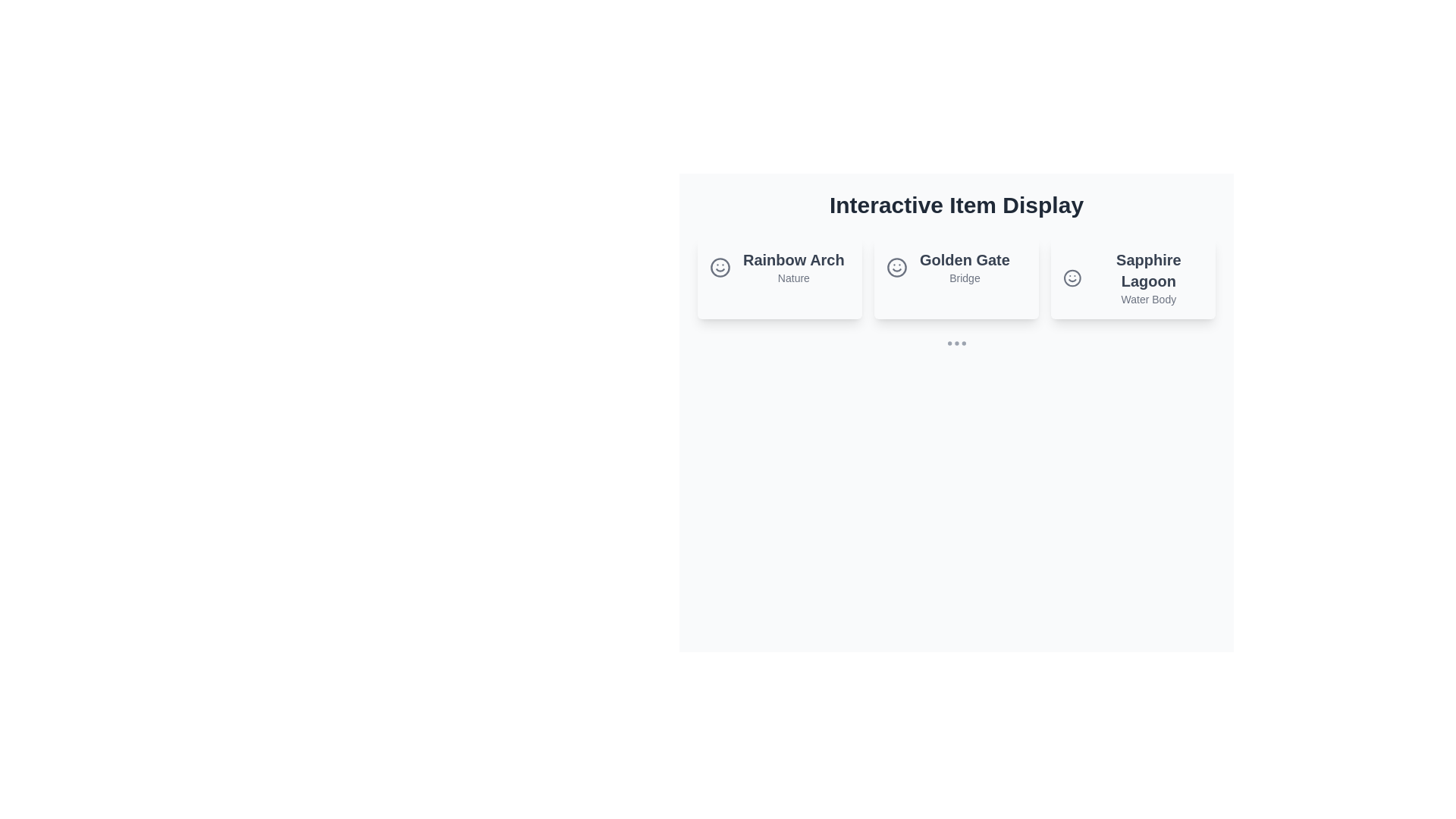  Describe the element at coordinates (792, 259) in the screenshot. I see `the text label that represents the title of the first card in a horizontal list, positioned above the 'Nature' text element` at that location.